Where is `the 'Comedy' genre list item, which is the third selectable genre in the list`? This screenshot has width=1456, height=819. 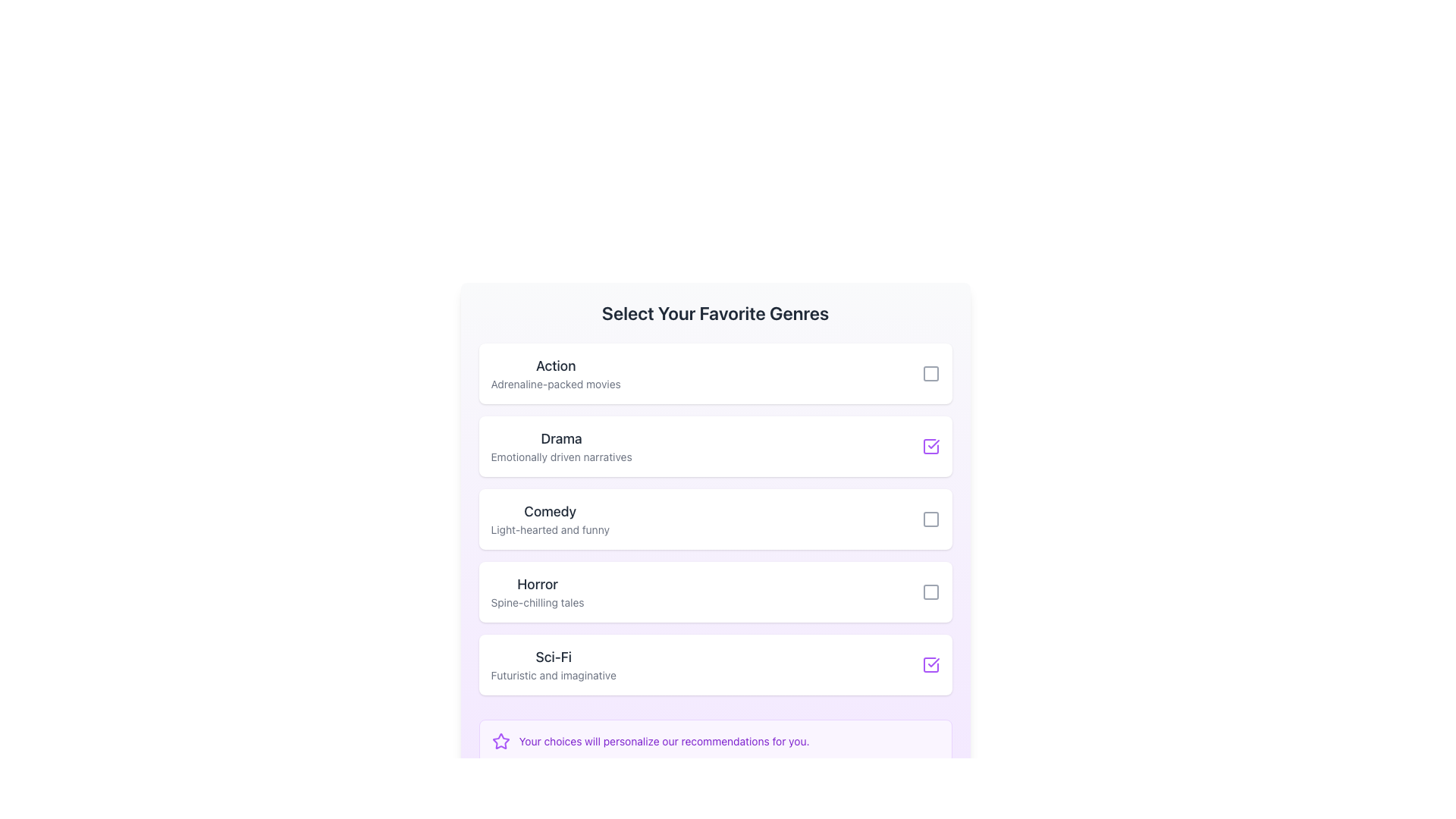 the 'Comedy' genre list item, which is the third selectable genre in the list is located at coordinates (714, 519).